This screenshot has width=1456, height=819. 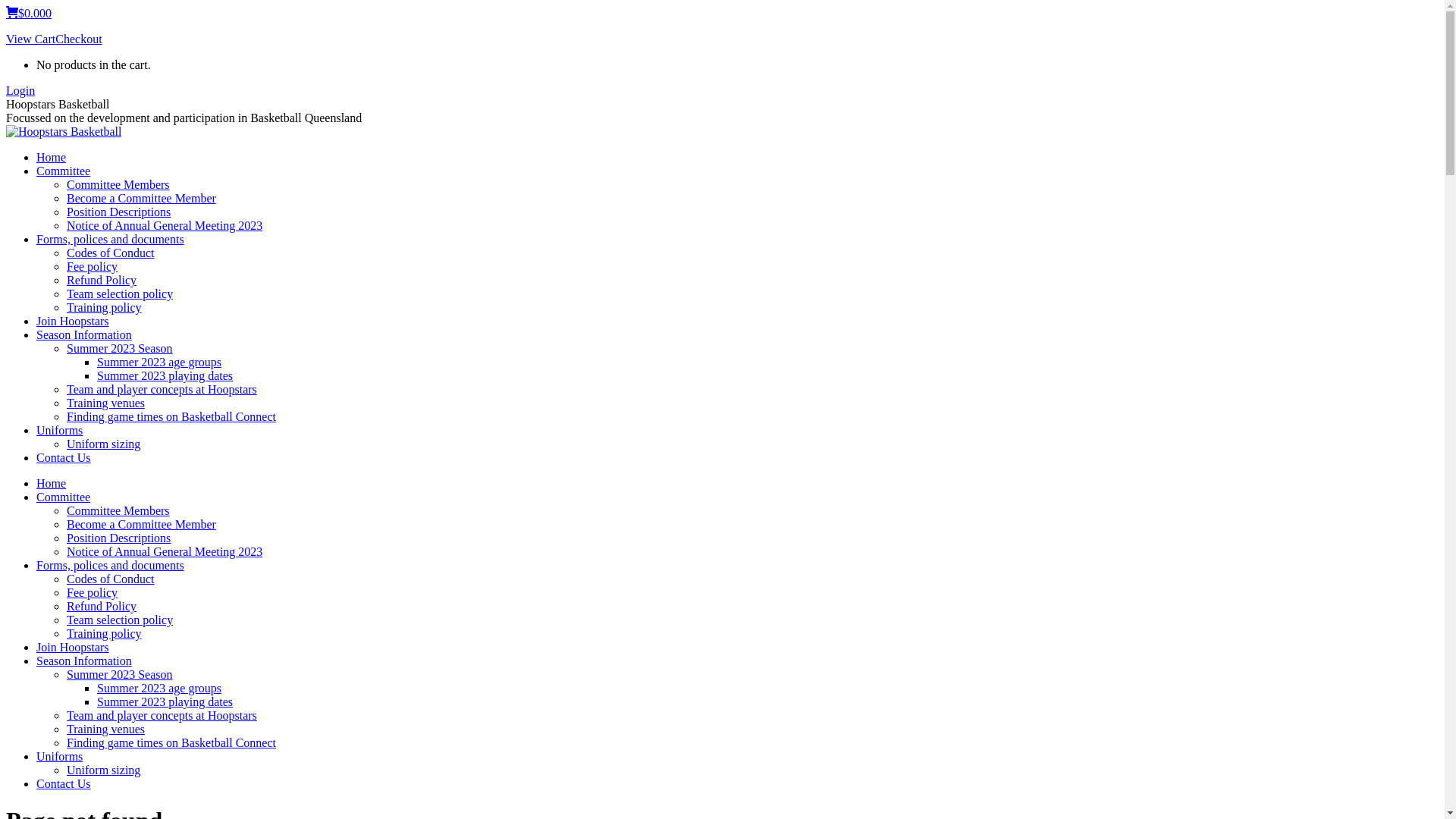 I want to click on 'Training policy', so click(x=103, y=633).